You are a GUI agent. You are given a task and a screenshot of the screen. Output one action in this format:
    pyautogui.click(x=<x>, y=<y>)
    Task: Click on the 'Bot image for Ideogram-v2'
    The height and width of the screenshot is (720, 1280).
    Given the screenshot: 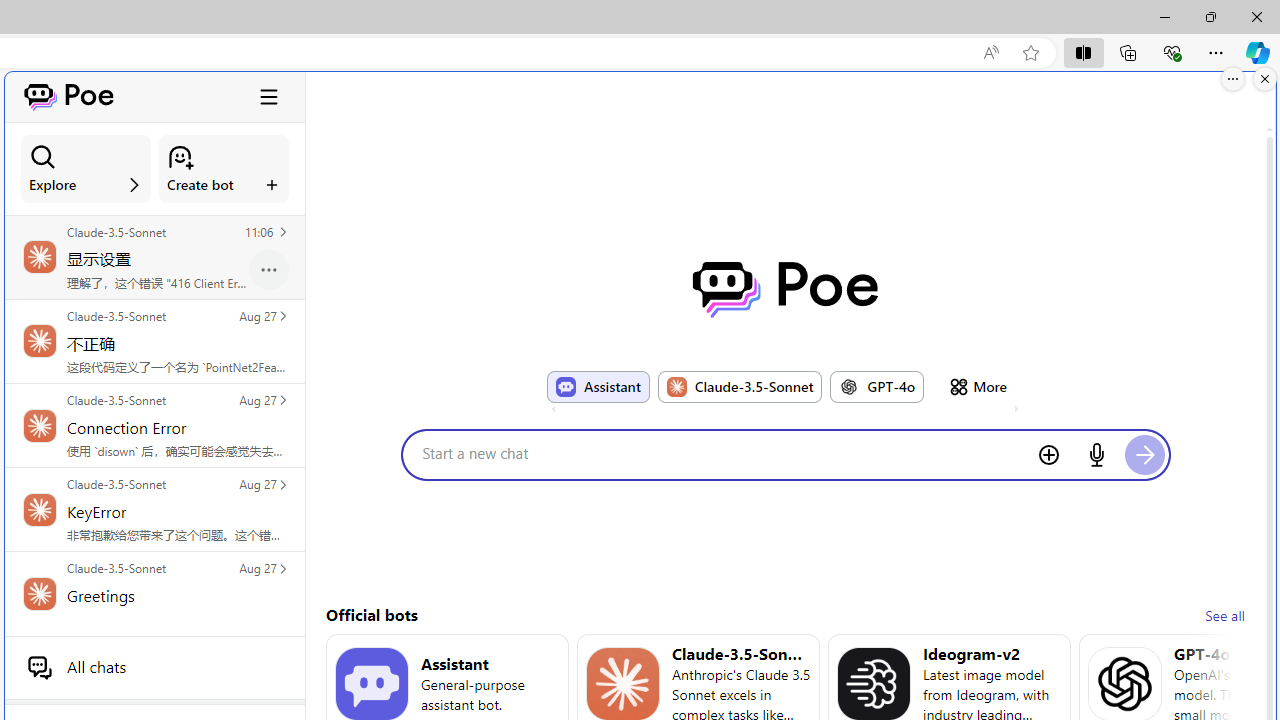 What is the action you would take?
    pyautogui.click(x=874, y=682)
    